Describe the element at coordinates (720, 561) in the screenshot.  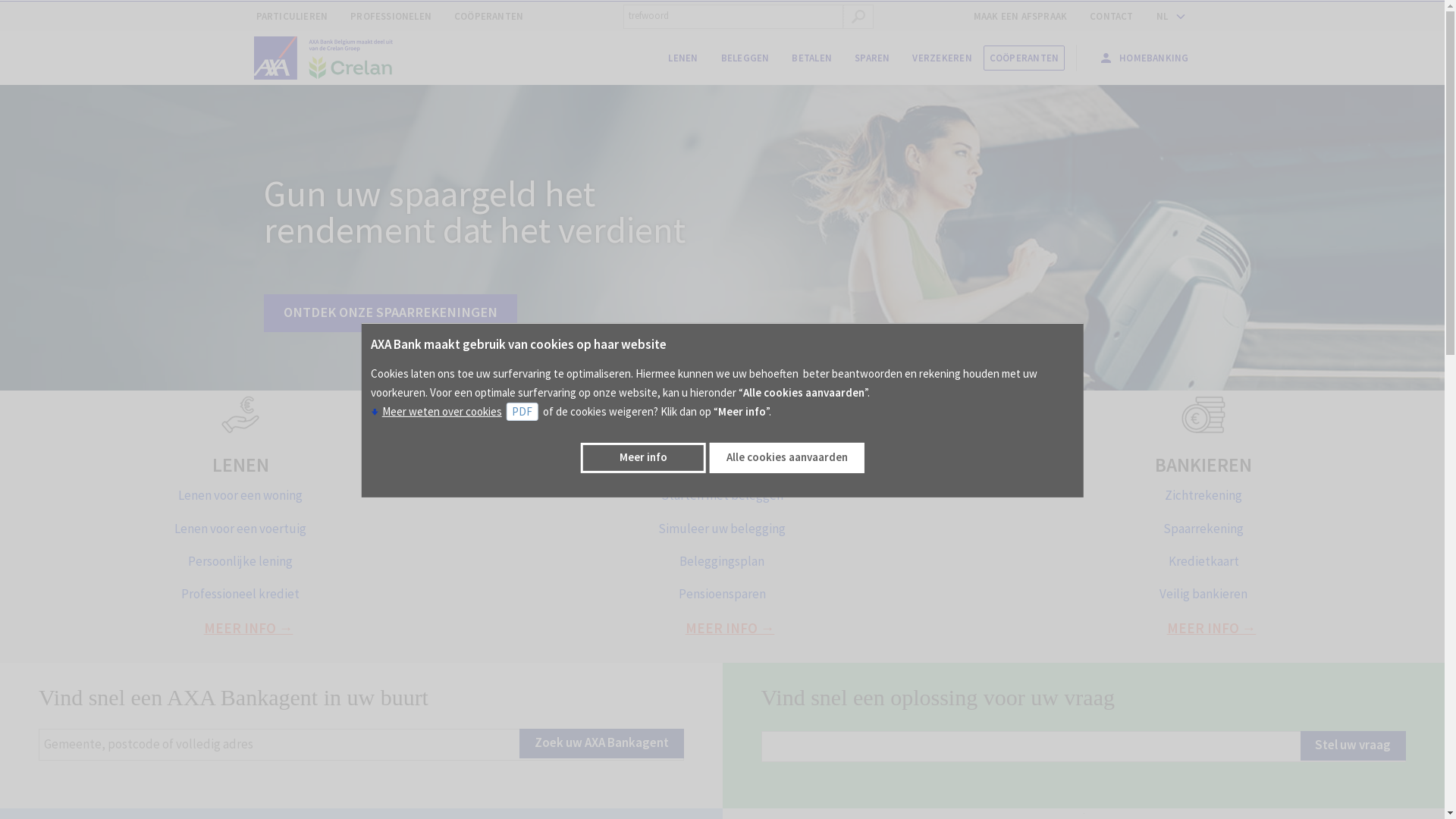
I see `'Beleggingsplan'` at that location.